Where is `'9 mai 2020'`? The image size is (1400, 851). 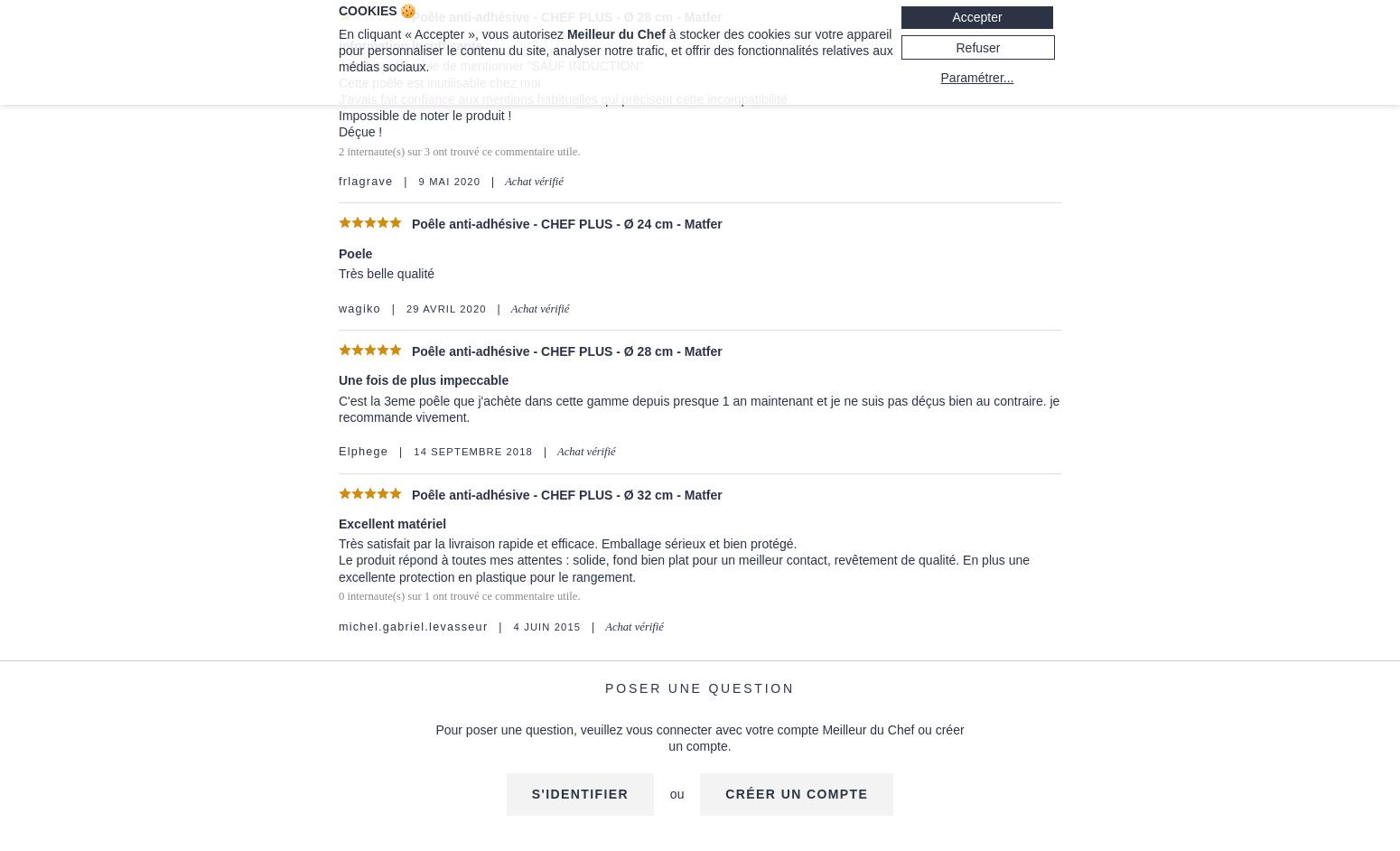 '9 mai 2020' is located at coordinates (417, 182).